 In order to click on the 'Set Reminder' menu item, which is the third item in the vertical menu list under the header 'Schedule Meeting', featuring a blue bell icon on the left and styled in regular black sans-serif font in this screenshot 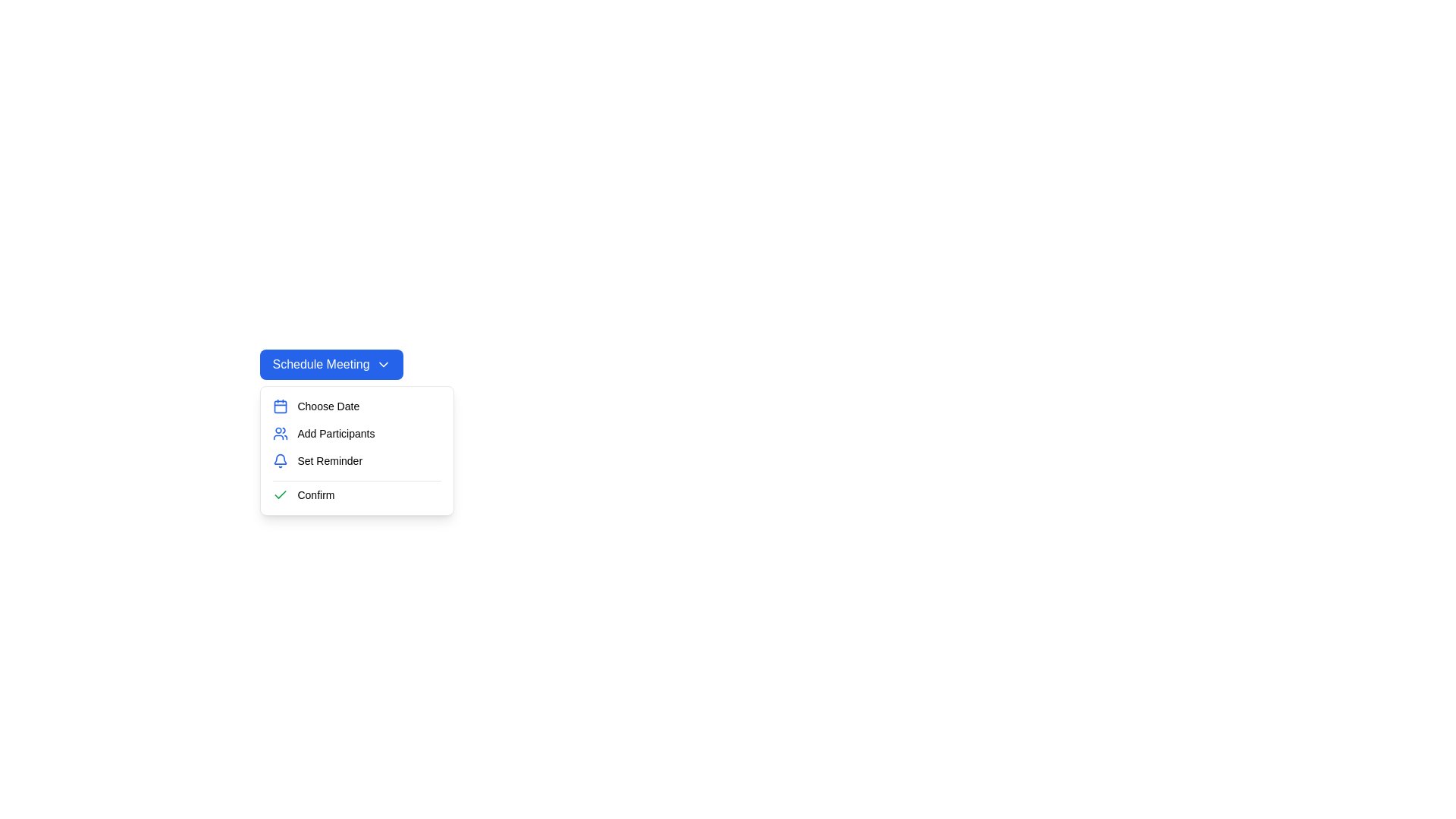, I will do `click(356, 460)`.